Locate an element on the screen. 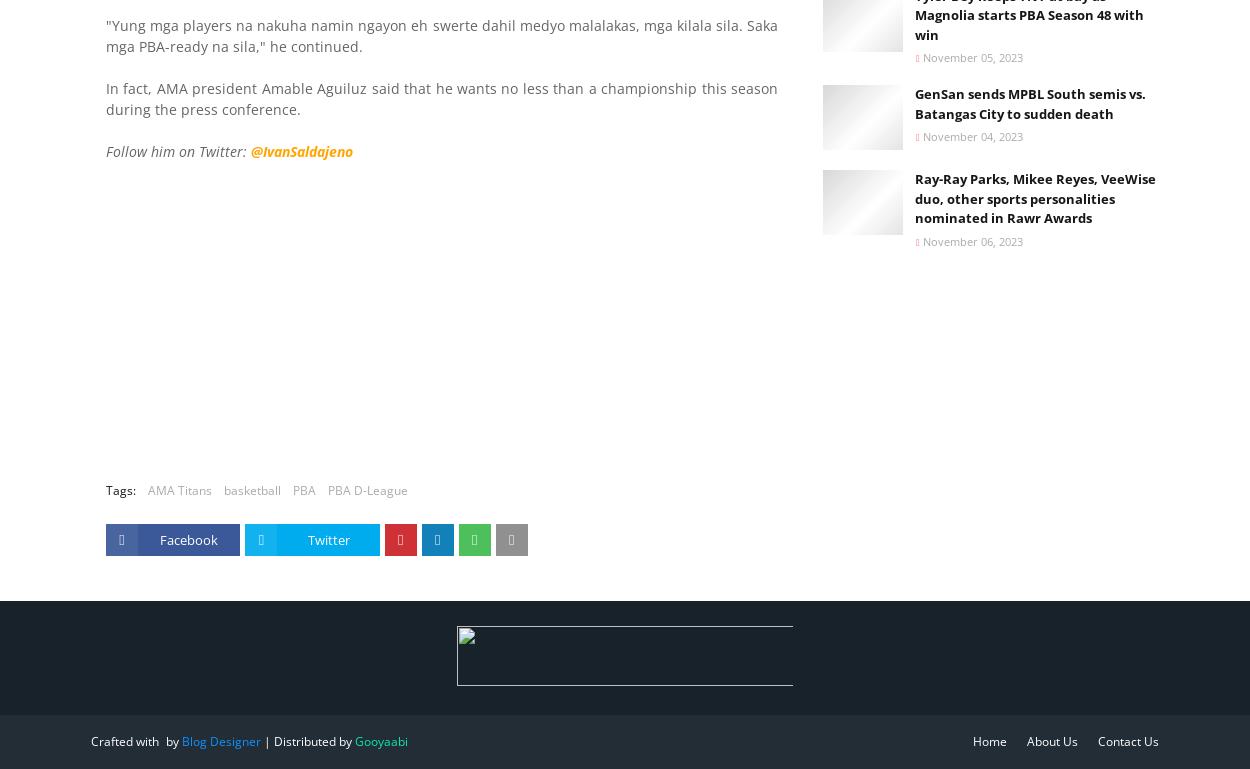 The height and width of the screenshot is (769, 1250). 'Gooyaabi' is located at coordinates (381, 740).